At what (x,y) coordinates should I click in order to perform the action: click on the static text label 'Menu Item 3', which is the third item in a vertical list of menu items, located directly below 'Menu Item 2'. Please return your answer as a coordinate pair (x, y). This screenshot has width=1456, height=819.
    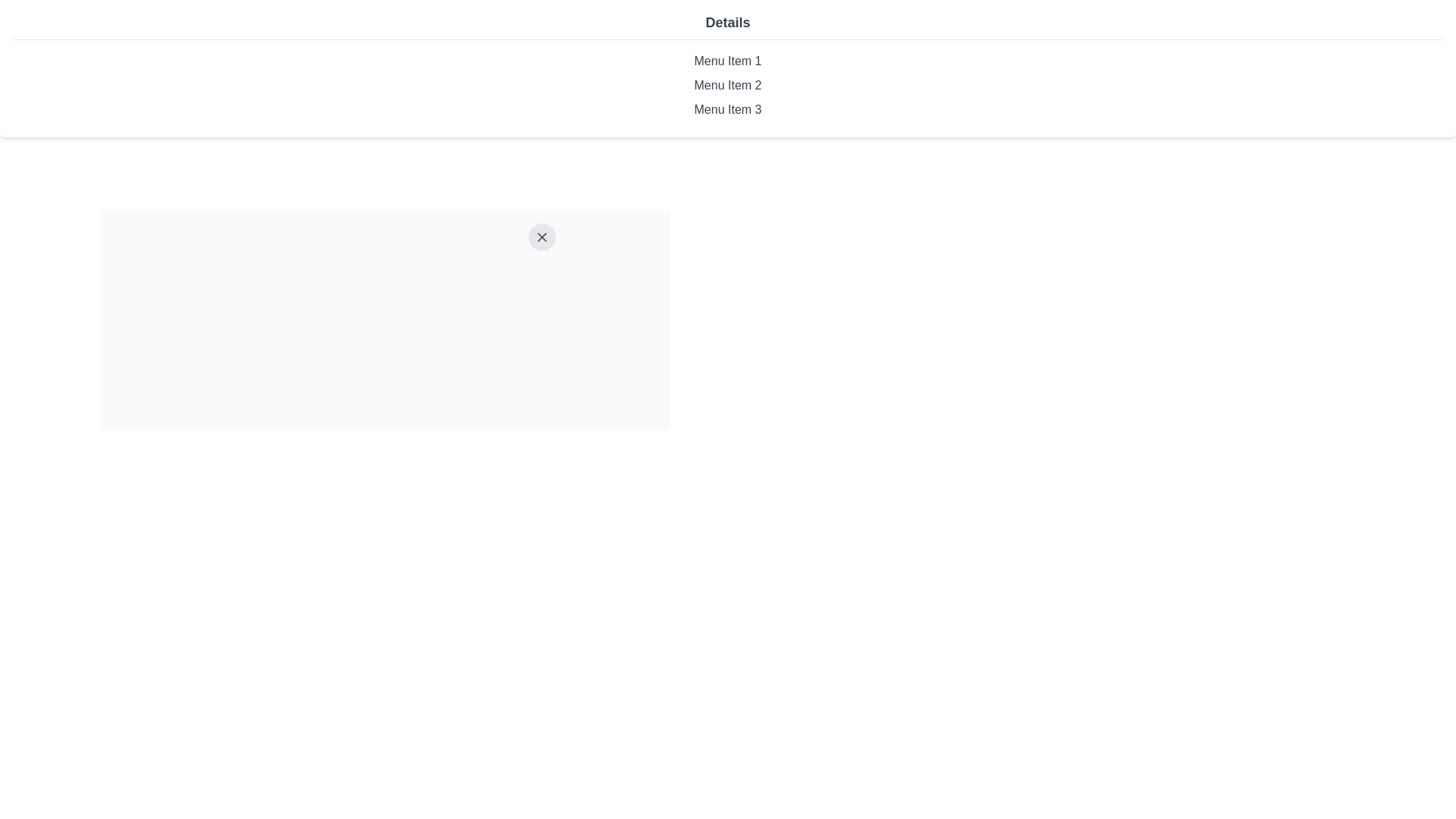
    Looking at the image, I should click on (728, 109).